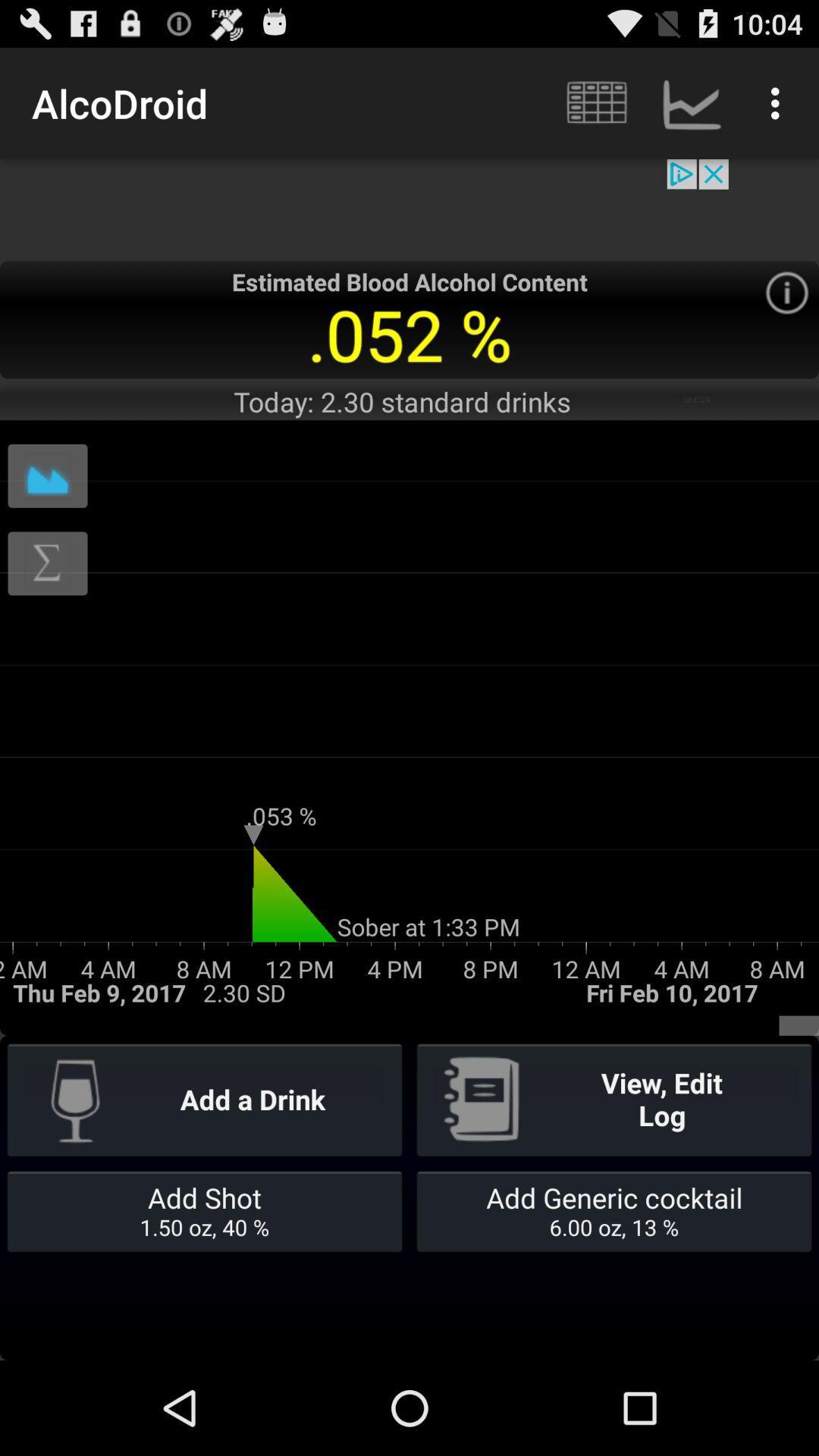 The height and width of the screenshot is (1456, 819). I want to click on the icon which is right to the text alcodroid, so click(595, 103).